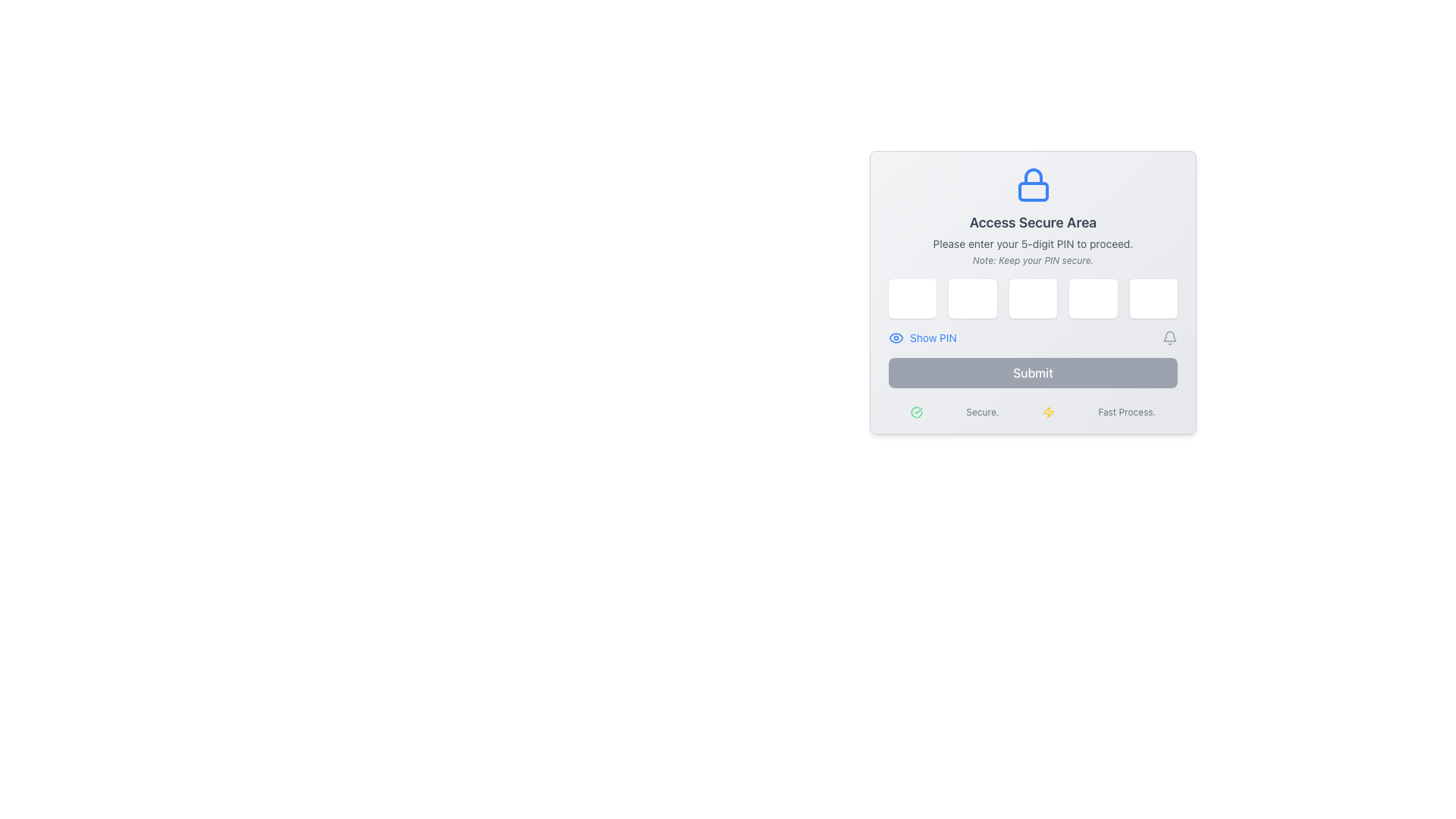 The width and height of the screenshot is (1456, 819). Describe the element at coordinates (1032, 184) in the screenshot. I see `the lock icon located centrally at the top of the form, which signifies security and is positioned above the text 'Access Secure Area.'` at that location.